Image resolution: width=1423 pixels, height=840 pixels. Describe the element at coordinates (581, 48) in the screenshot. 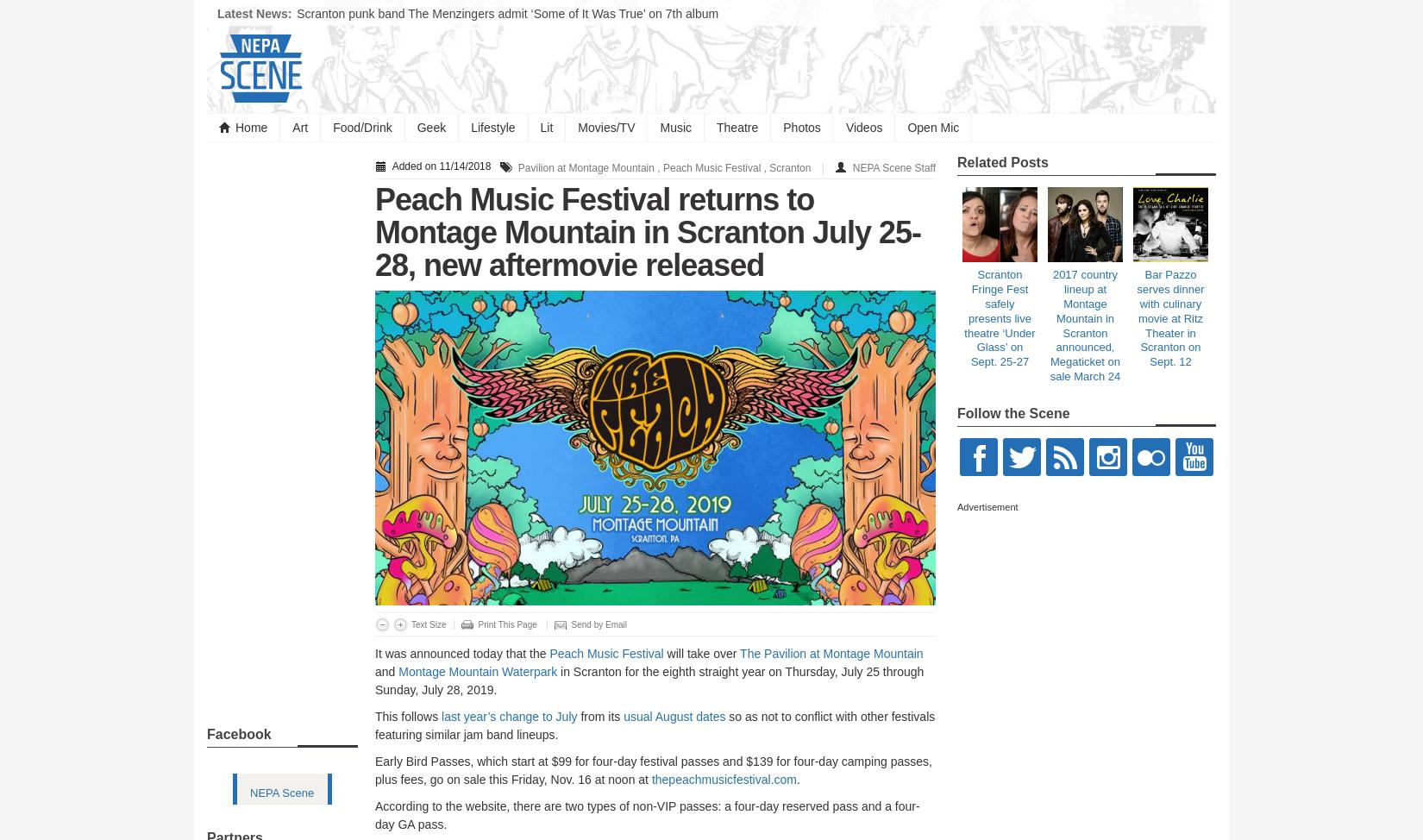

I see `'Pa. country/folk singer Zandi Holup signs with Big Loud Records, picks ‘Gas Station Flowers’ as new single'` at that location.